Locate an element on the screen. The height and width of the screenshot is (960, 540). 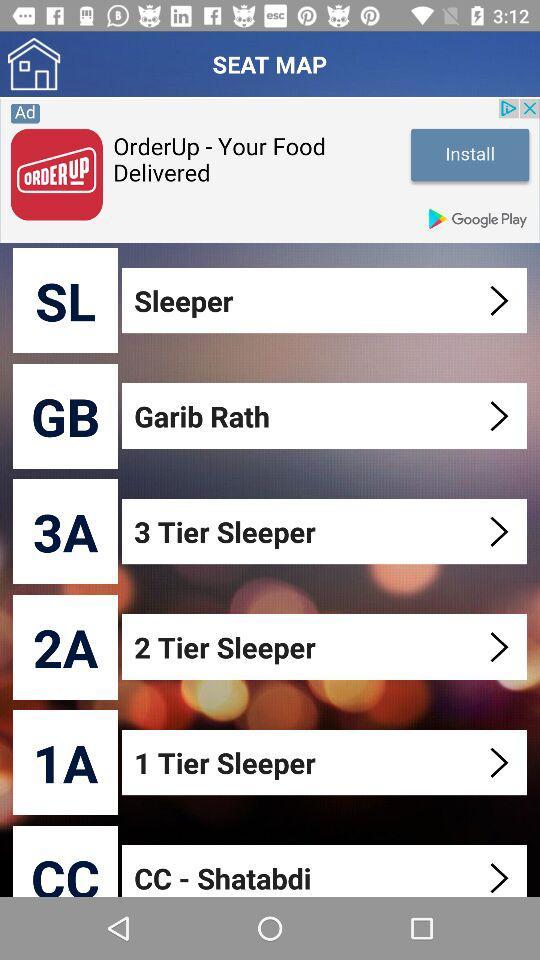
1a icon is located at coordinates (65, 761).